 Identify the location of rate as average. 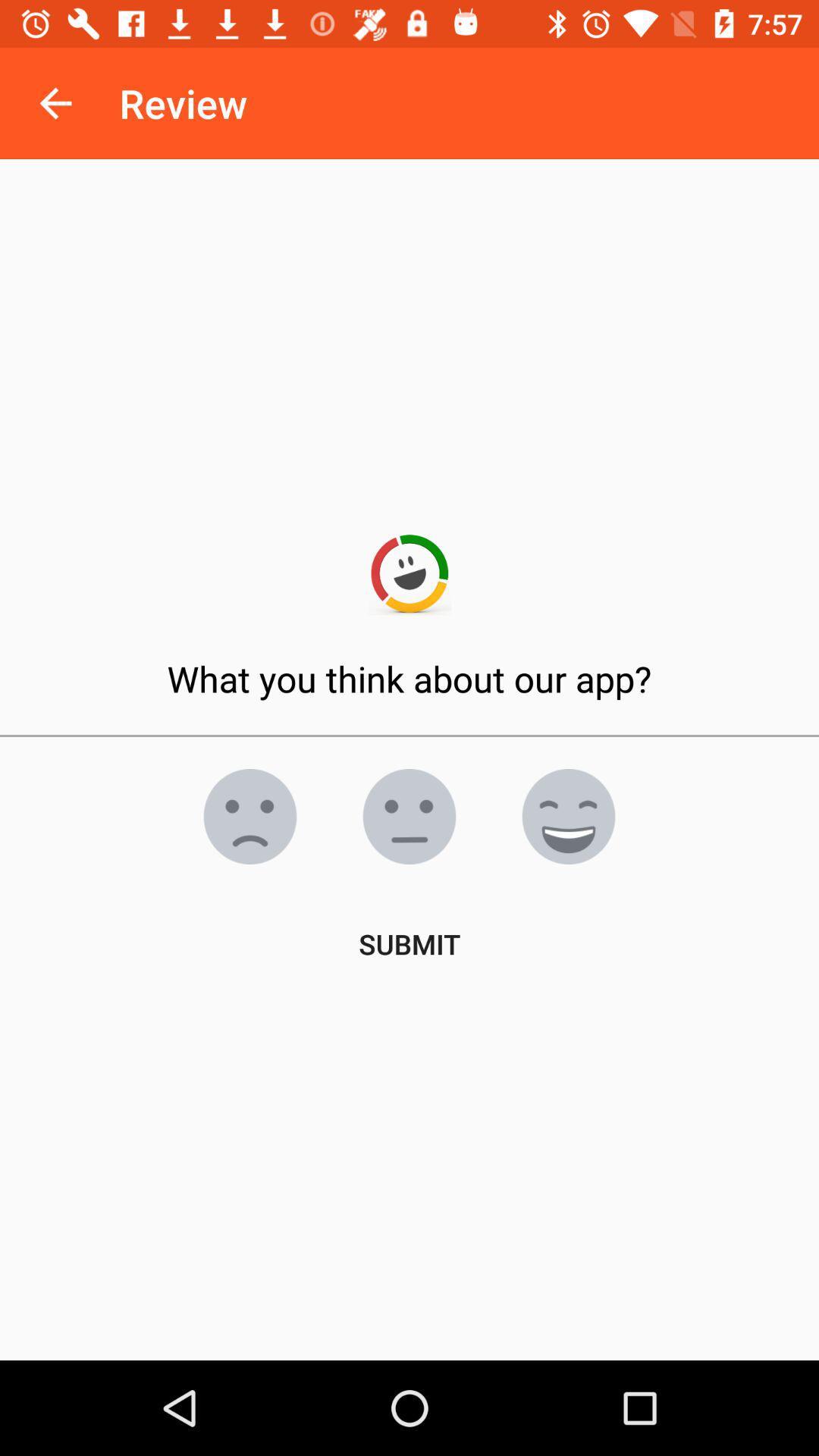
(409, 815).